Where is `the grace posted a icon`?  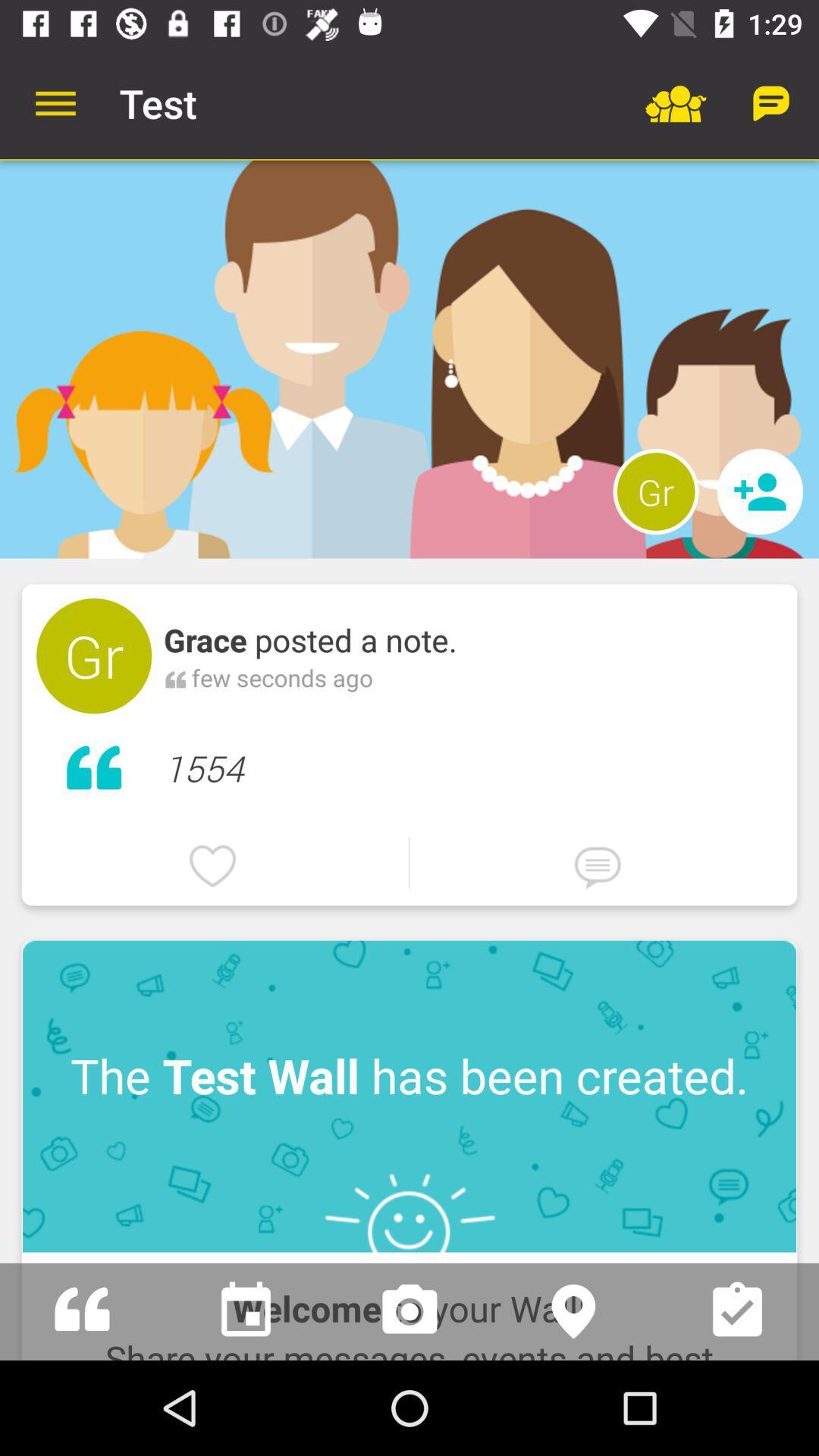
the grace posted a icon is located at coordinates (309, 639).